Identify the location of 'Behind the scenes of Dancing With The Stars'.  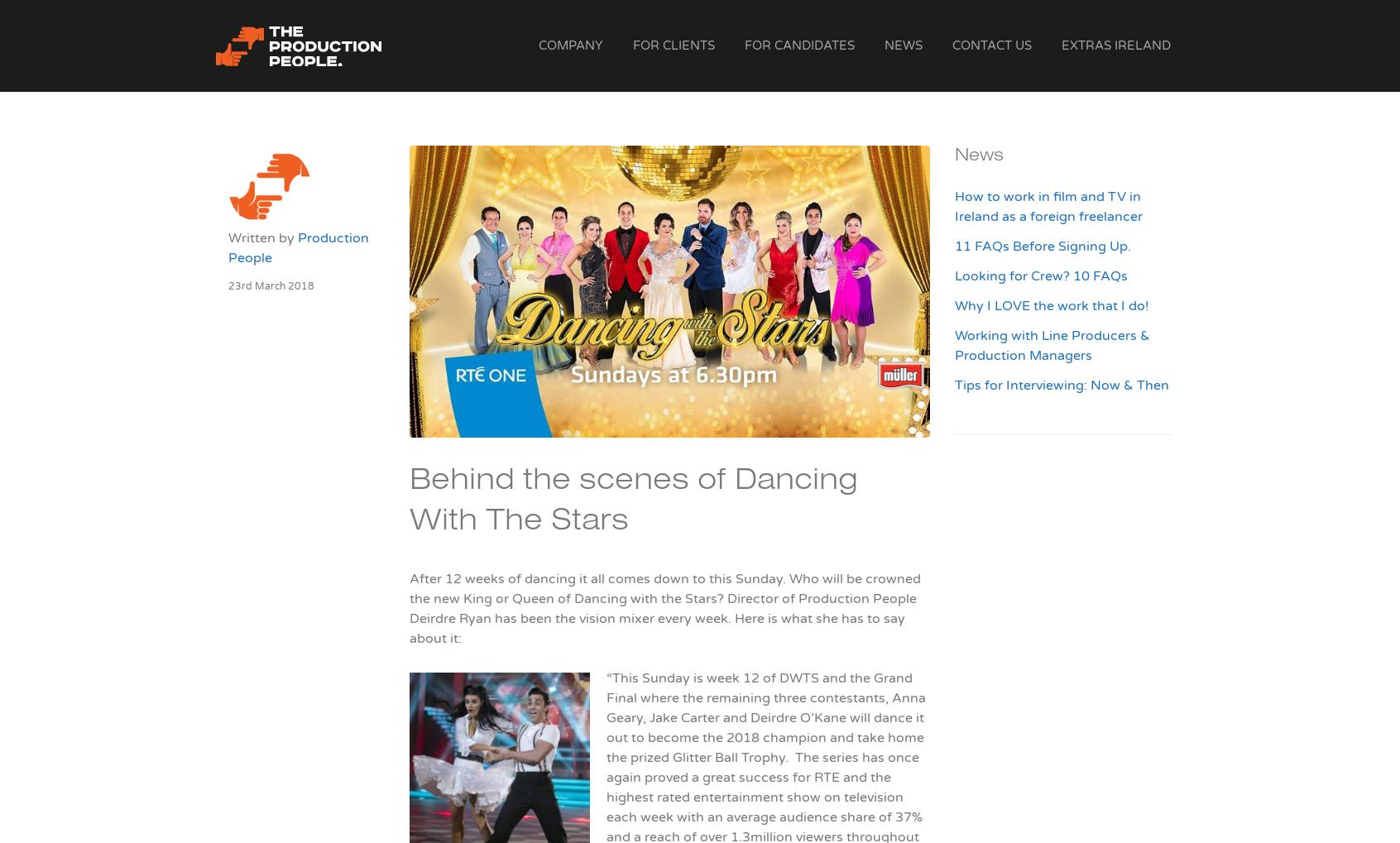
(632, 503).